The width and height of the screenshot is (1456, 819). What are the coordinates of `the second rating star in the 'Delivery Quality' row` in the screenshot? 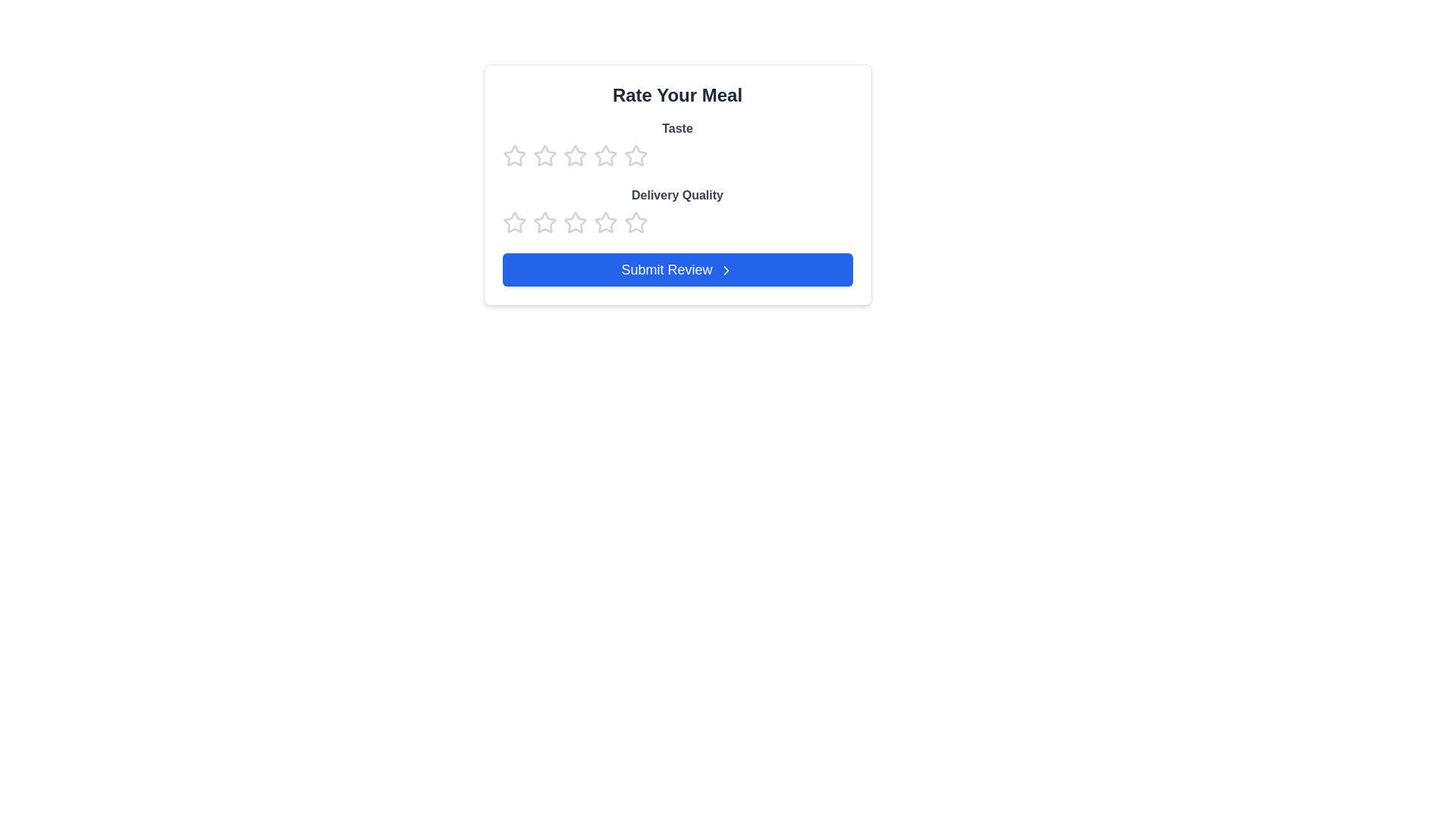 It's located at (544, 222).